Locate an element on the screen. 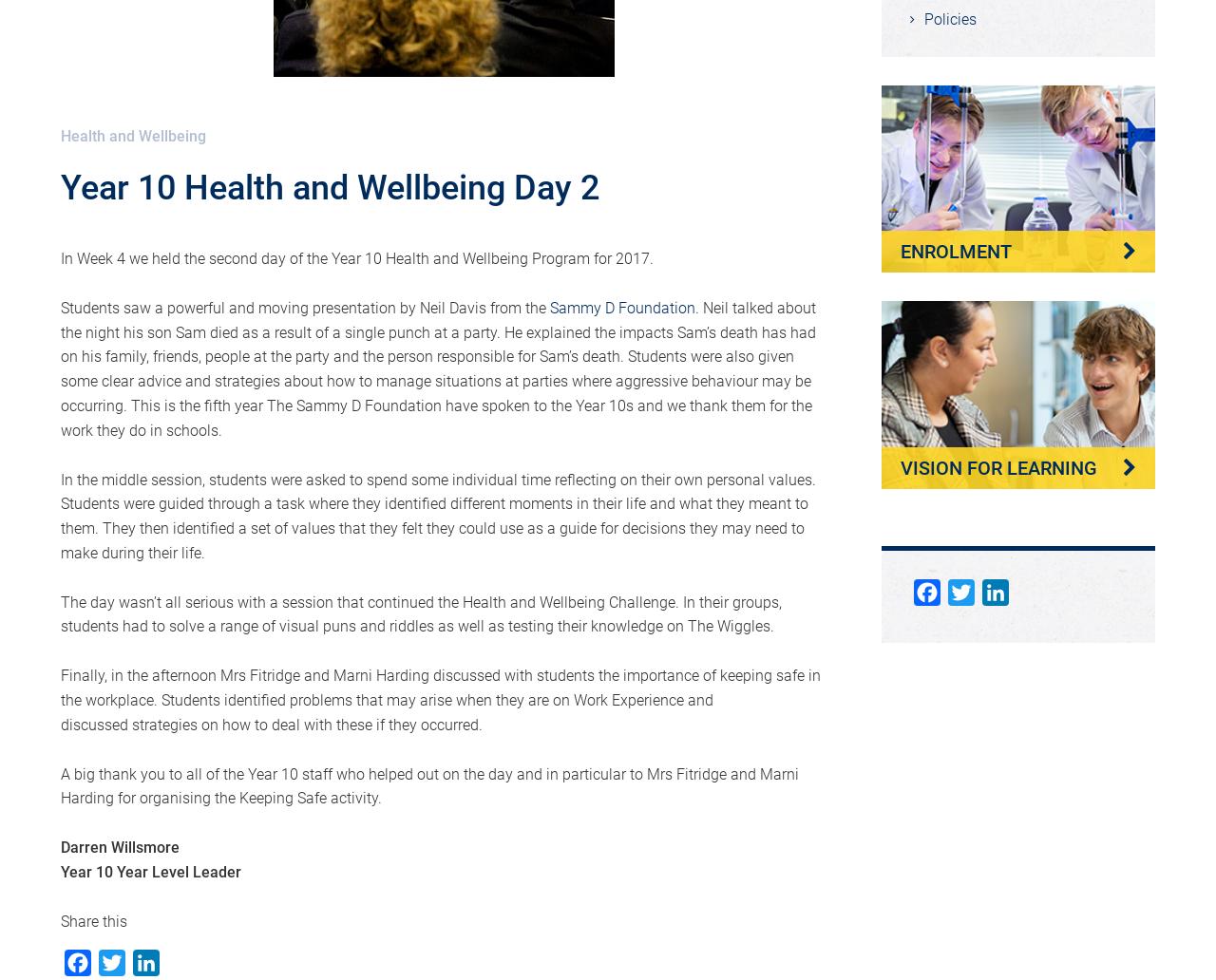  'The day wasn’t all serious with a session that continued the Health and Wellbeing Challenge. In their groups, students had to solve a range of visual puns and riddles as well as testing their knowledge on The Wiggles.' is located at coordinates (420, 612).